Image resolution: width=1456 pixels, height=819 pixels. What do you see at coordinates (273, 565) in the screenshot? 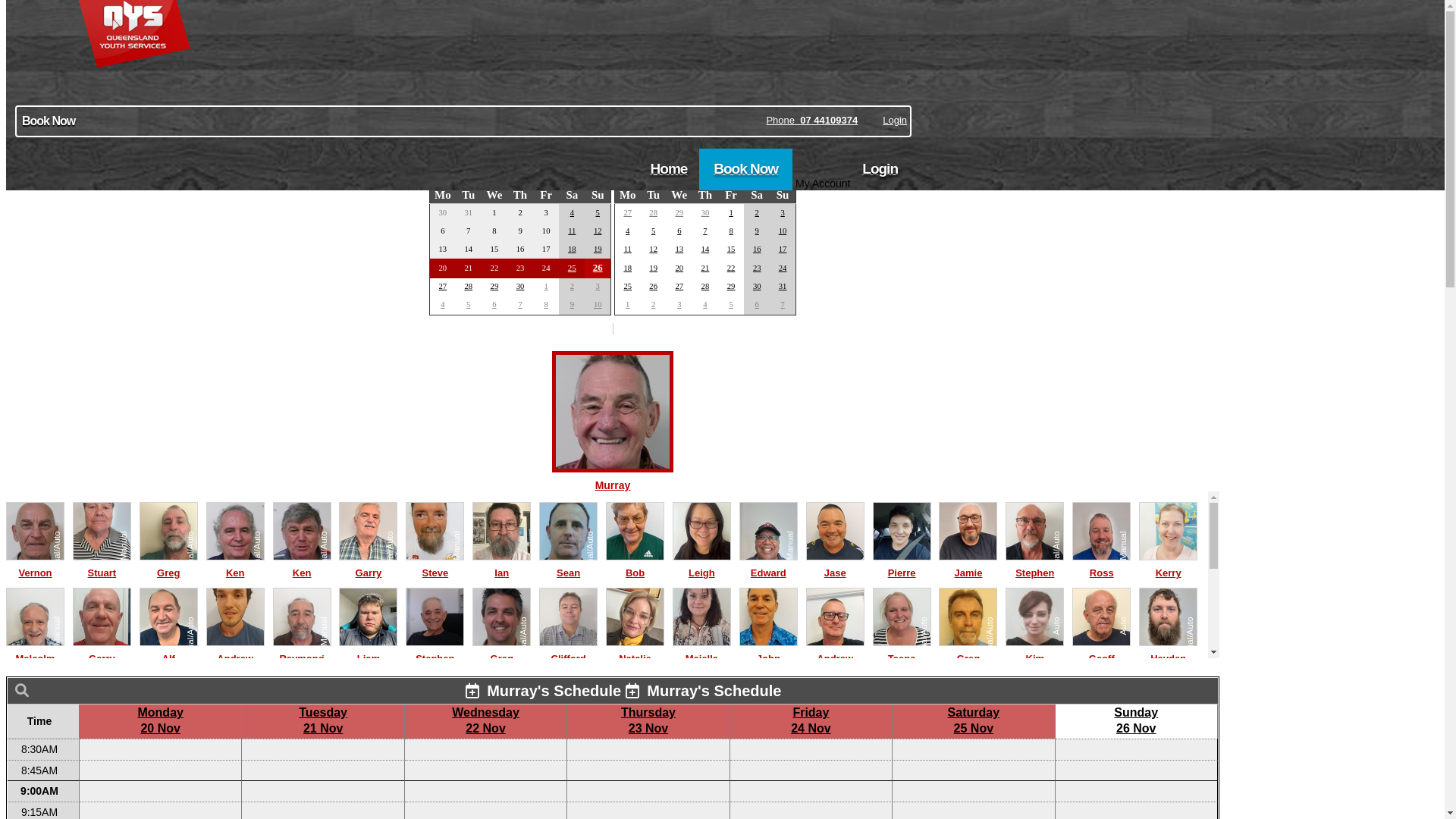
I see `'Ken` at bounding box center [273, 565].